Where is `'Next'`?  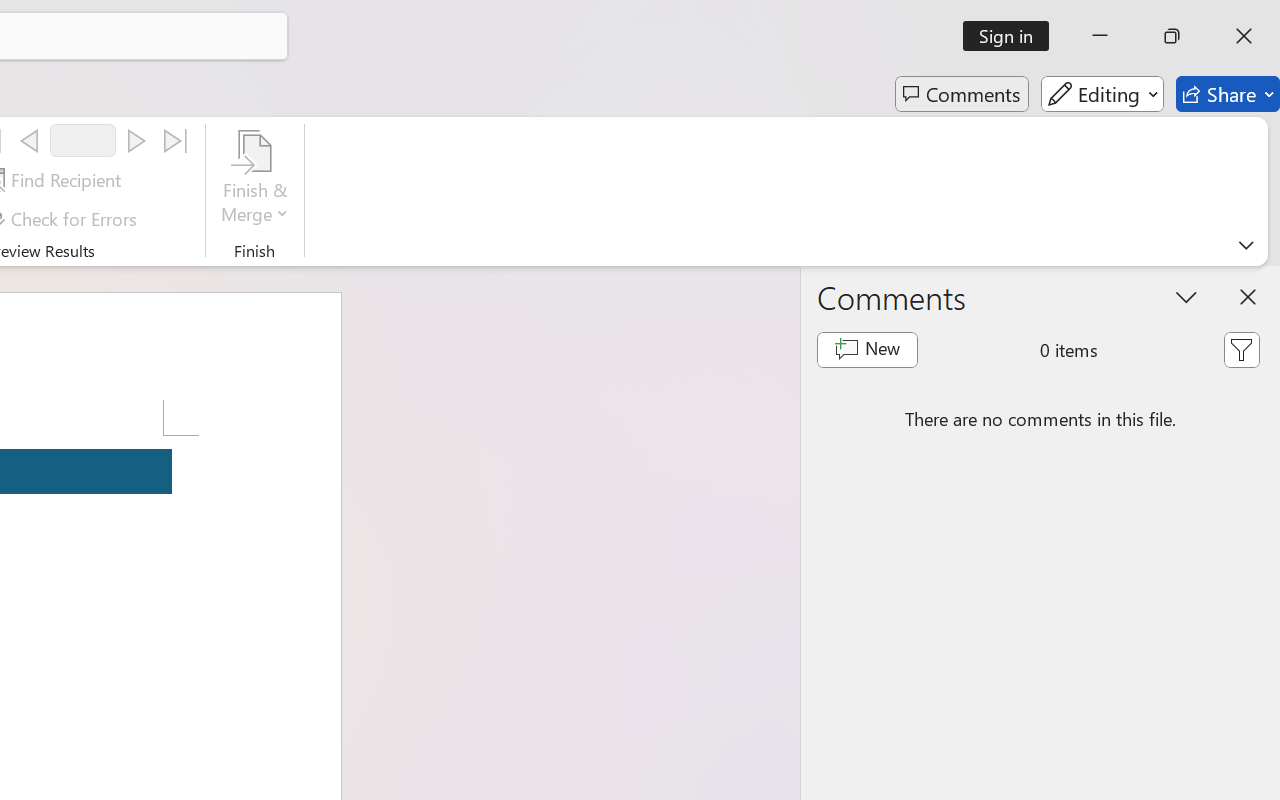 'Next' is located at coordinates (135, 141).